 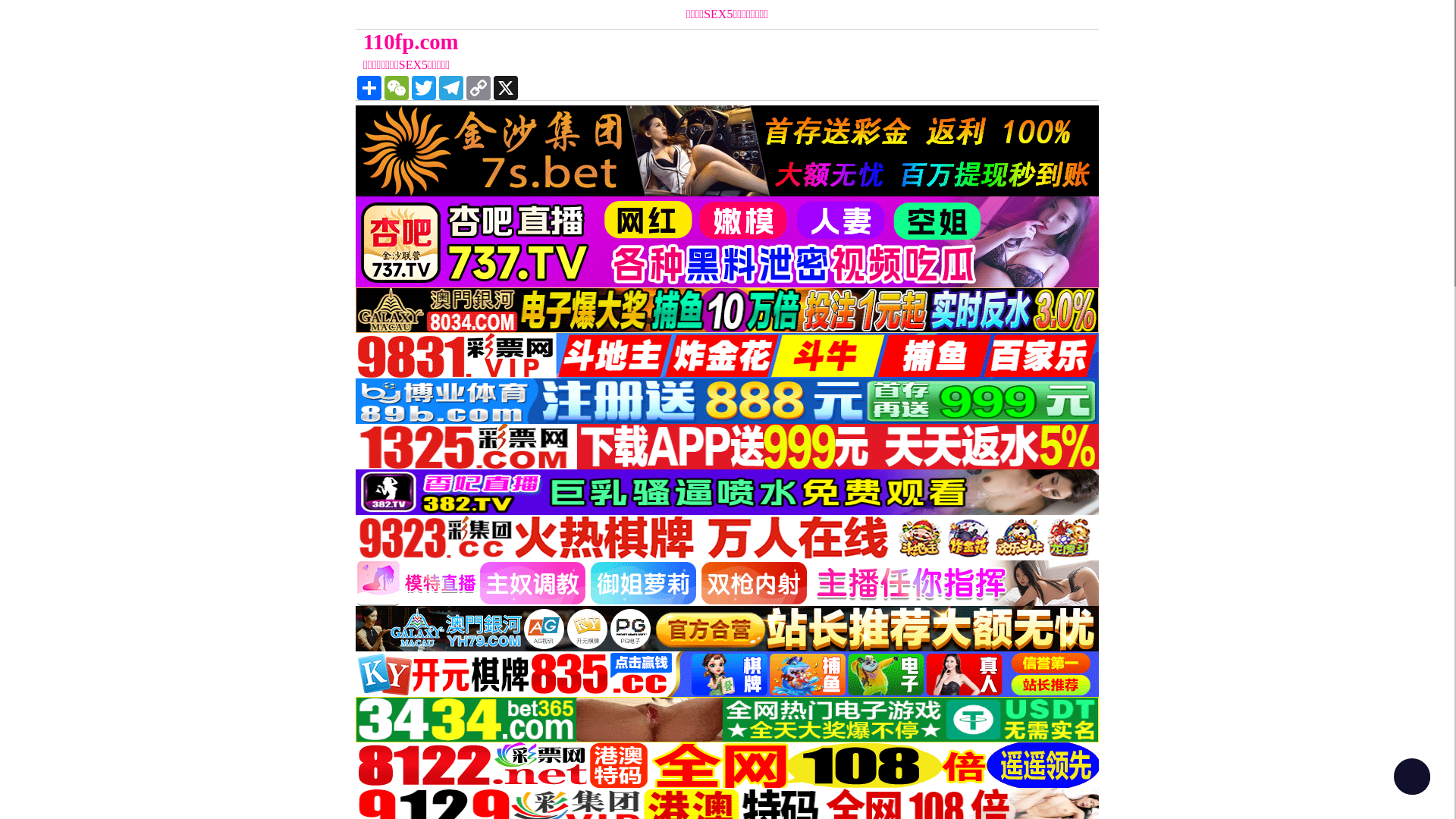 I want to click on 'Telegram', so click(x=450, y=87).